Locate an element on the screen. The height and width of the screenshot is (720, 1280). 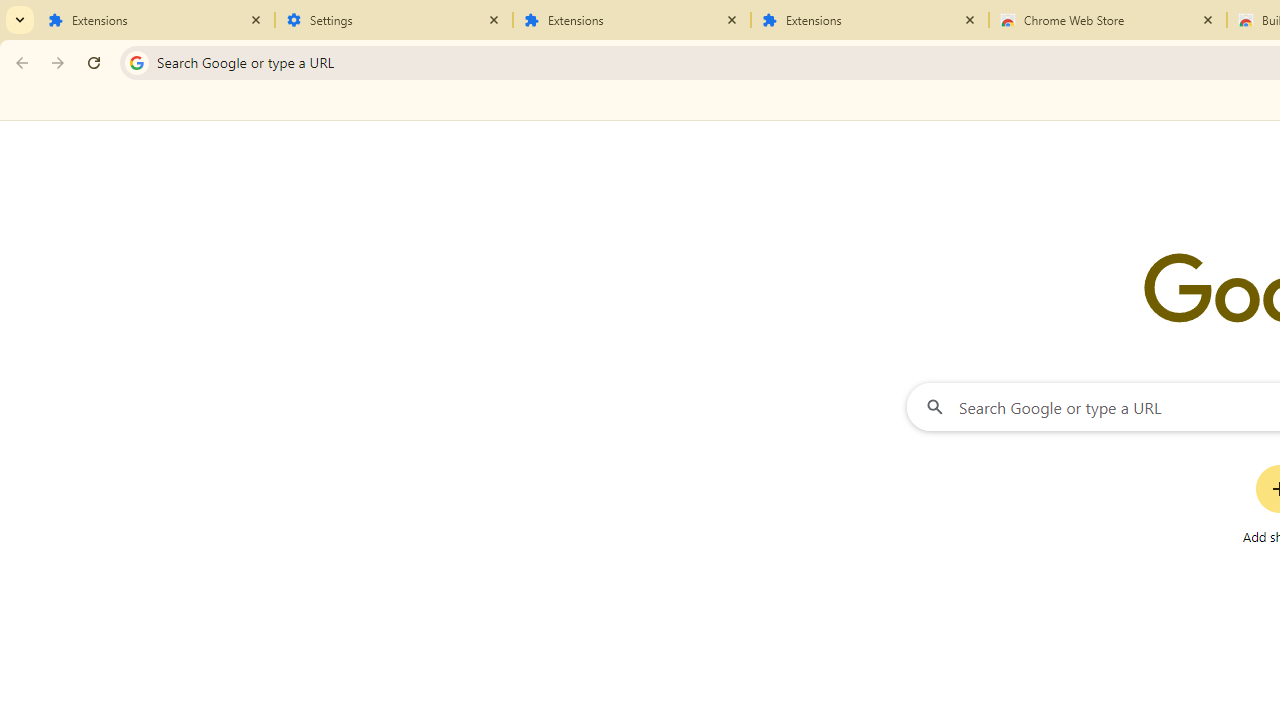
'Extensions' is located at coordinates (155, 20).